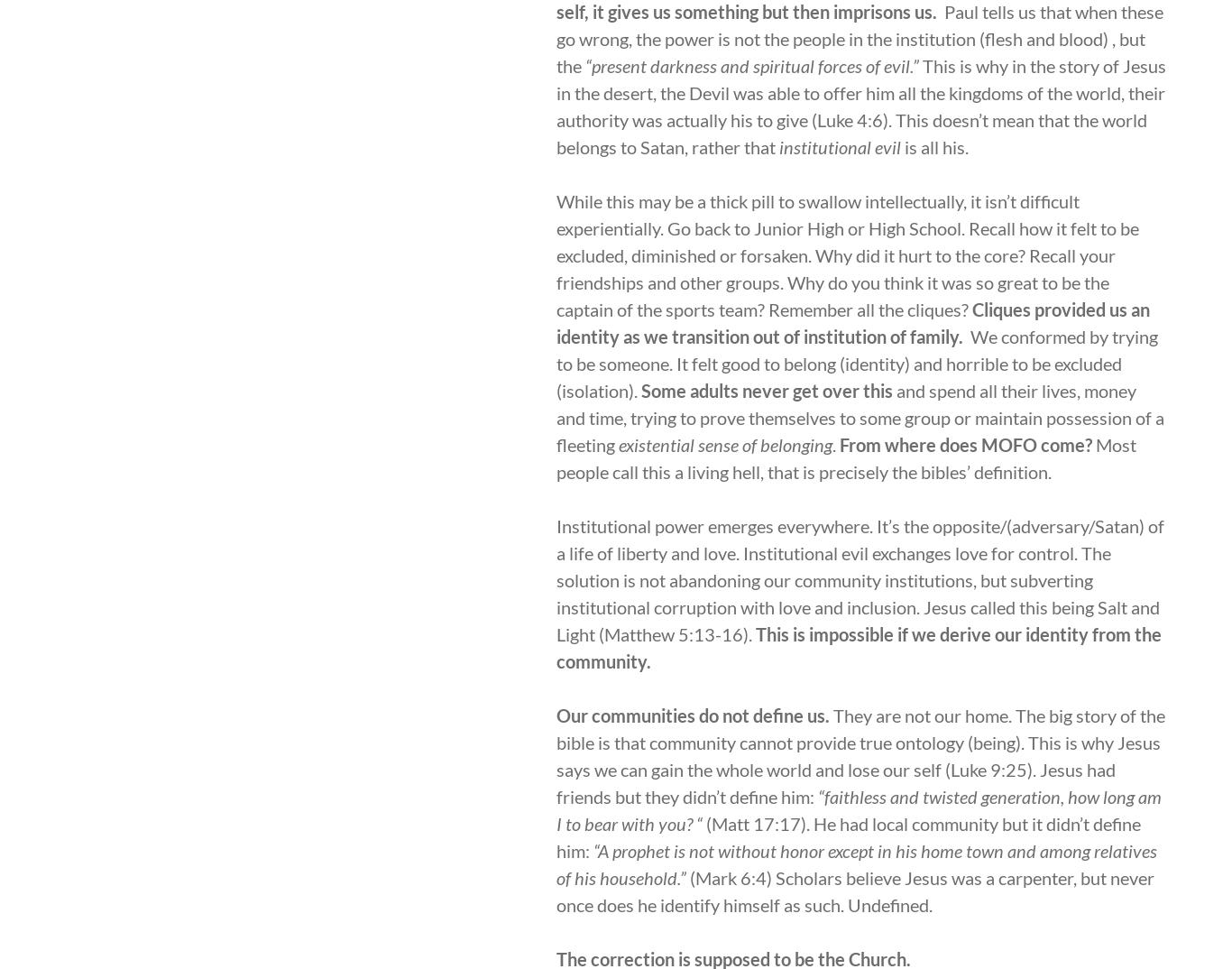 Image resolution: width=1232 pixels, height=969 pixels. What do you see at coordinates (857, 363) in the screenshot?
I see `'We conformed by trying to be someone. It felt good to belong (identity) and horrible to be excluded (isolation).'` at bounding box center [857, 363].